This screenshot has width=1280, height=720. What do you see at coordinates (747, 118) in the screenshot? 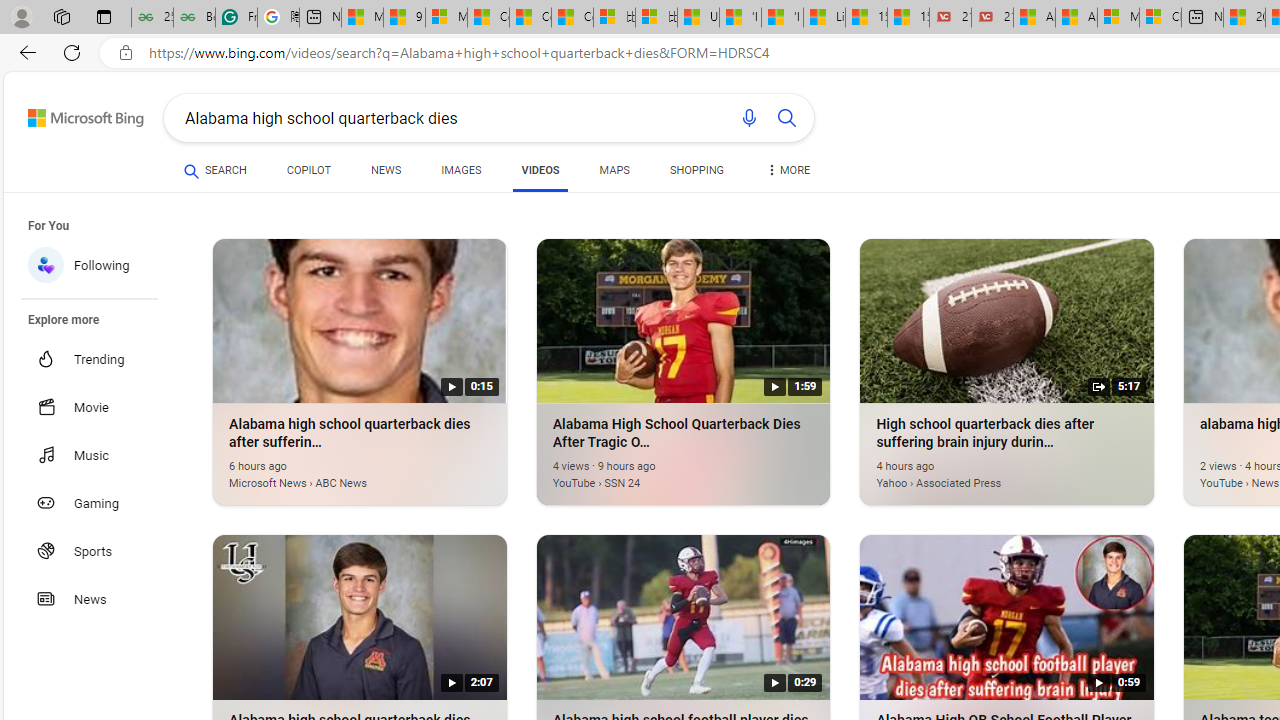
I see `'Search using voice'` at bounding box center [747, 118].